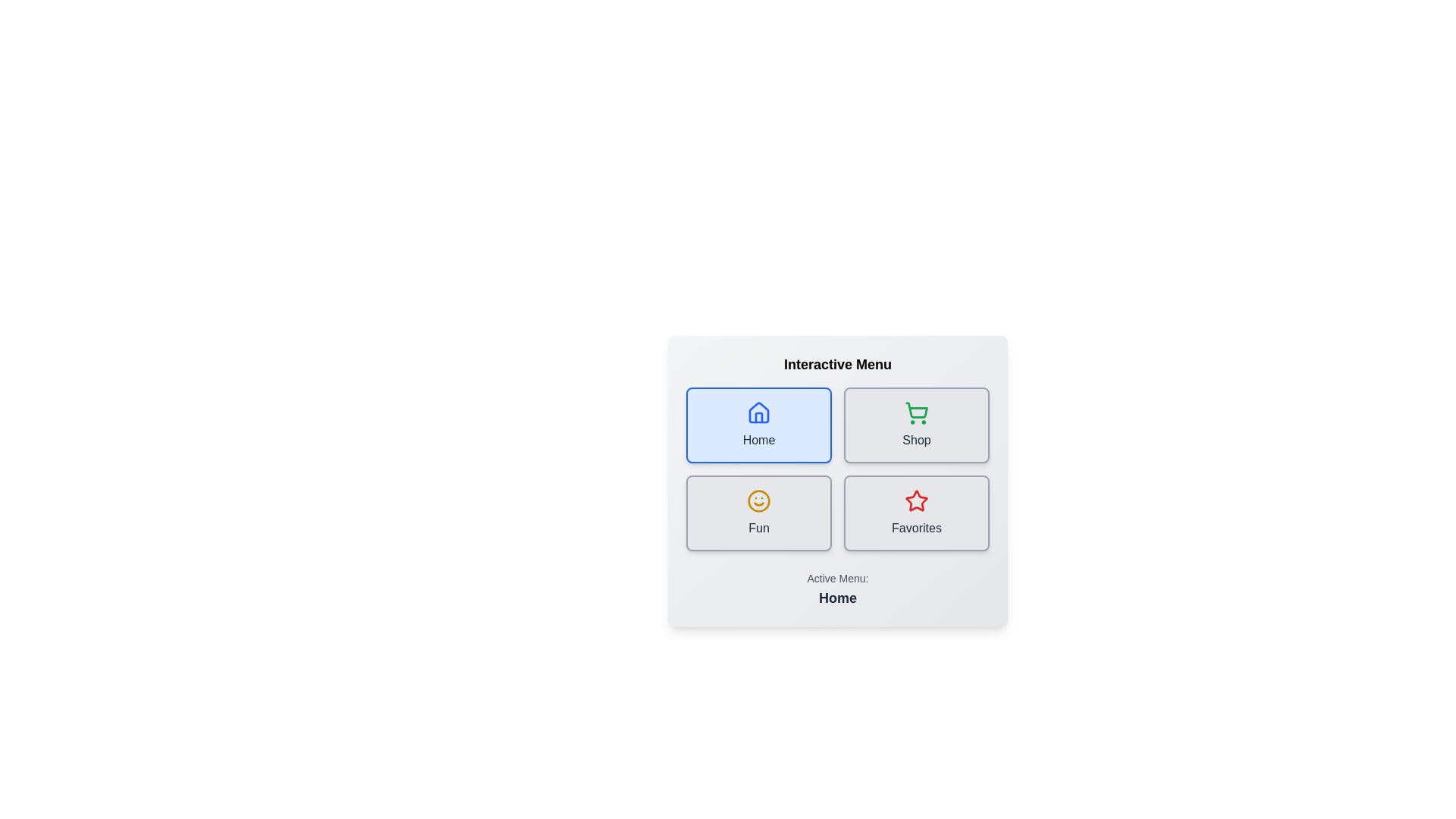 This screenshot has height=819, width=1456. Describe the element at coordinates (916, 513) in the screenshot. I see `the button labeled Favorites to observe the hover effect` at that location.